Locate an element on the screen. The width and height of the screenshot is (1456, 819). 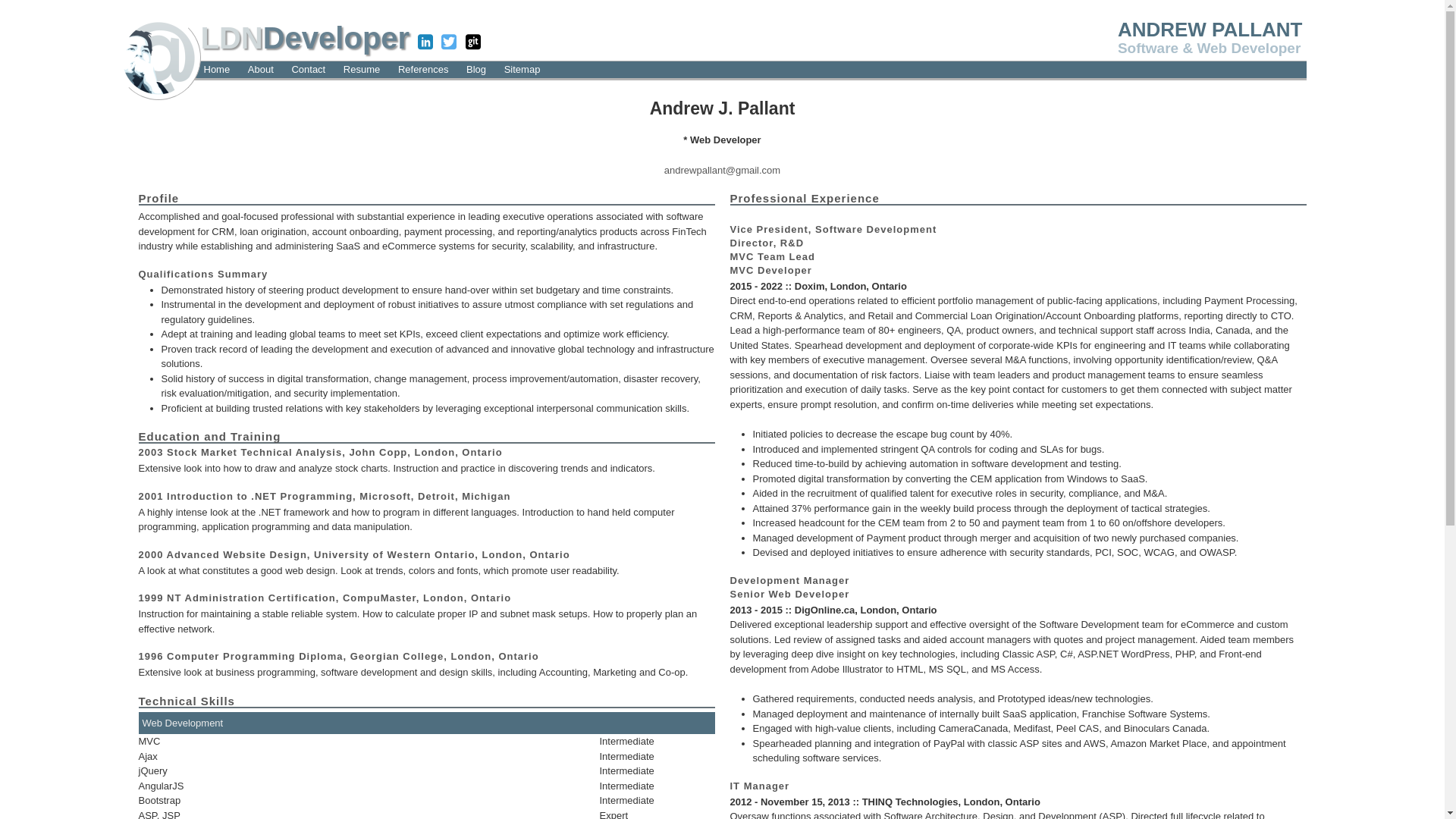
'Sitemap' is located at coordinates (501, 69).